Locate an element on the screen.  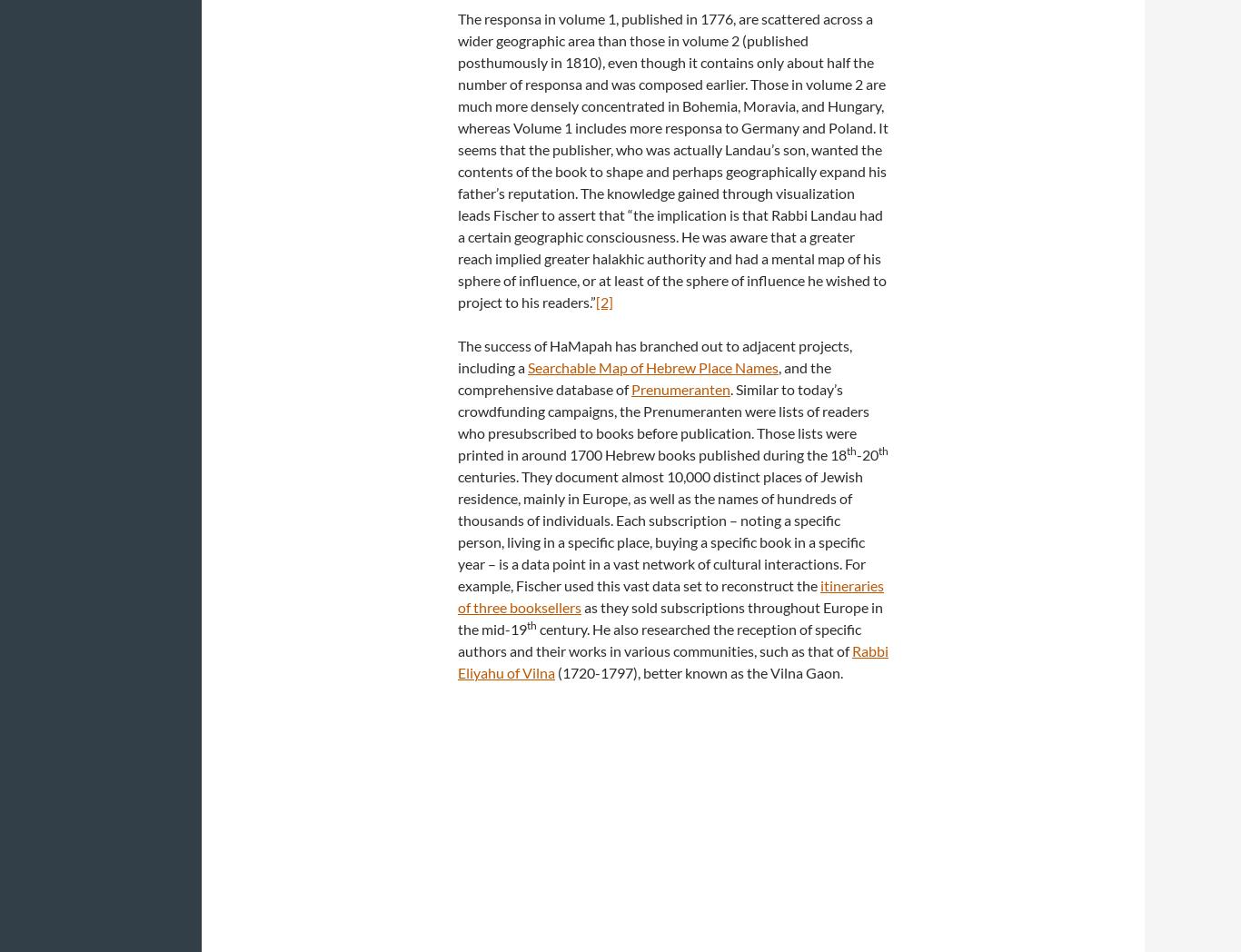
'itineraries of three booksellers' is located at coordinates (670, 596).